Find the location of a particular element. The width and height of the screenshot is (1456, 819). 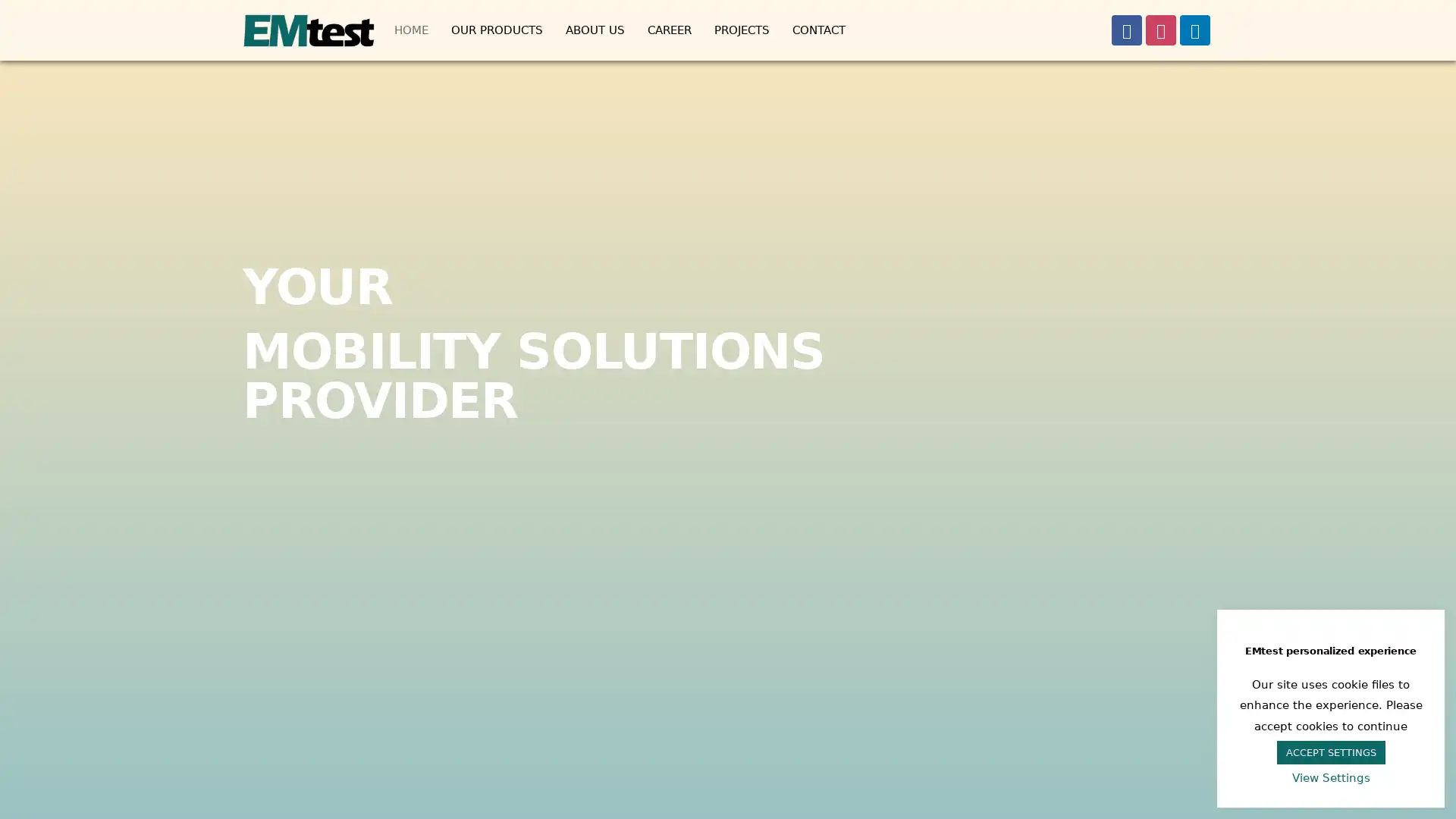

View Settings is located at coordinates (1329, 778).